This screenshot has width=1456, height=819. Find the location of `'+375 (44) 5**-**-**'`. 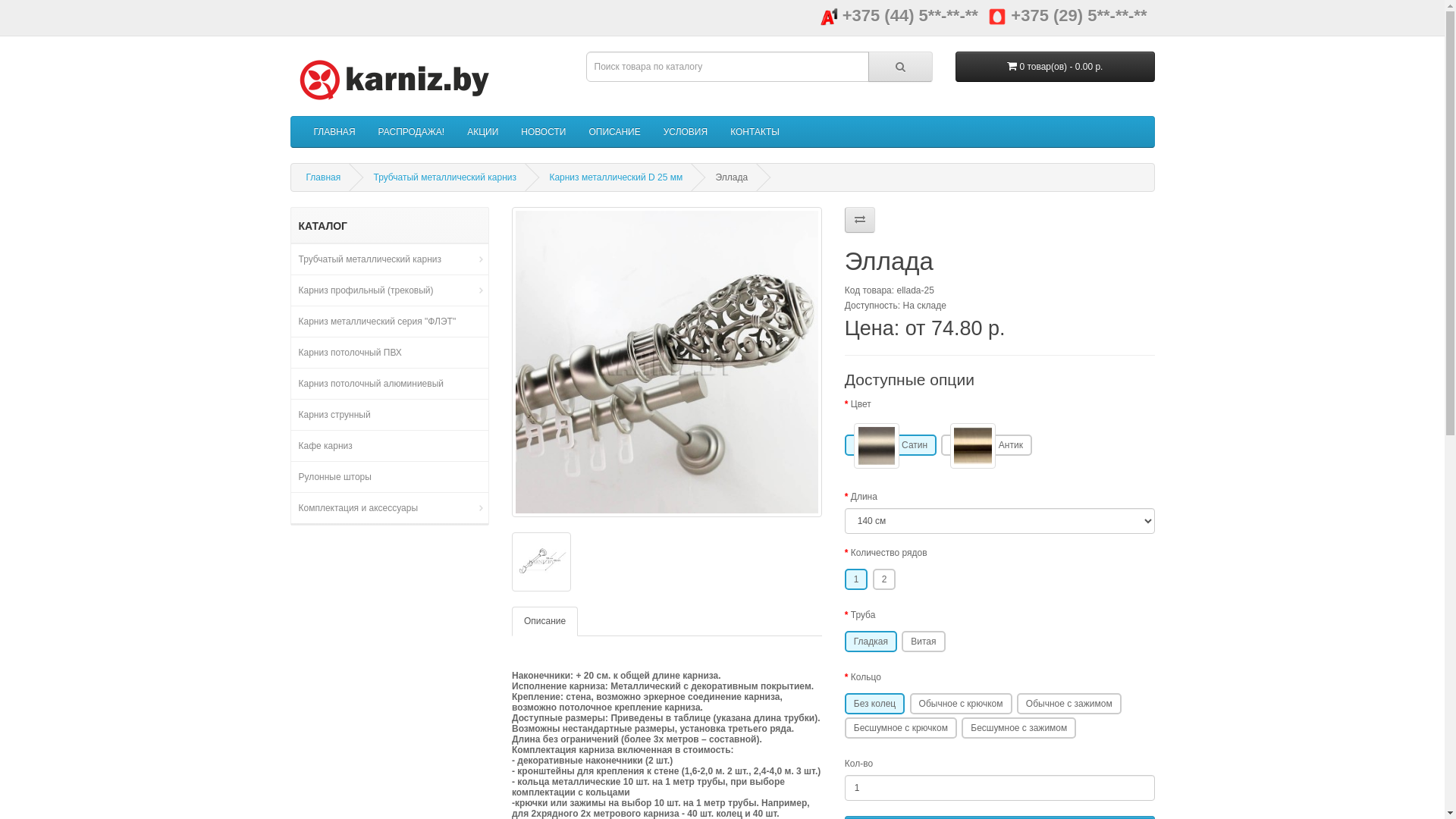

'+375 (44) 5**-**-**' is located at coordinates (899, 15).